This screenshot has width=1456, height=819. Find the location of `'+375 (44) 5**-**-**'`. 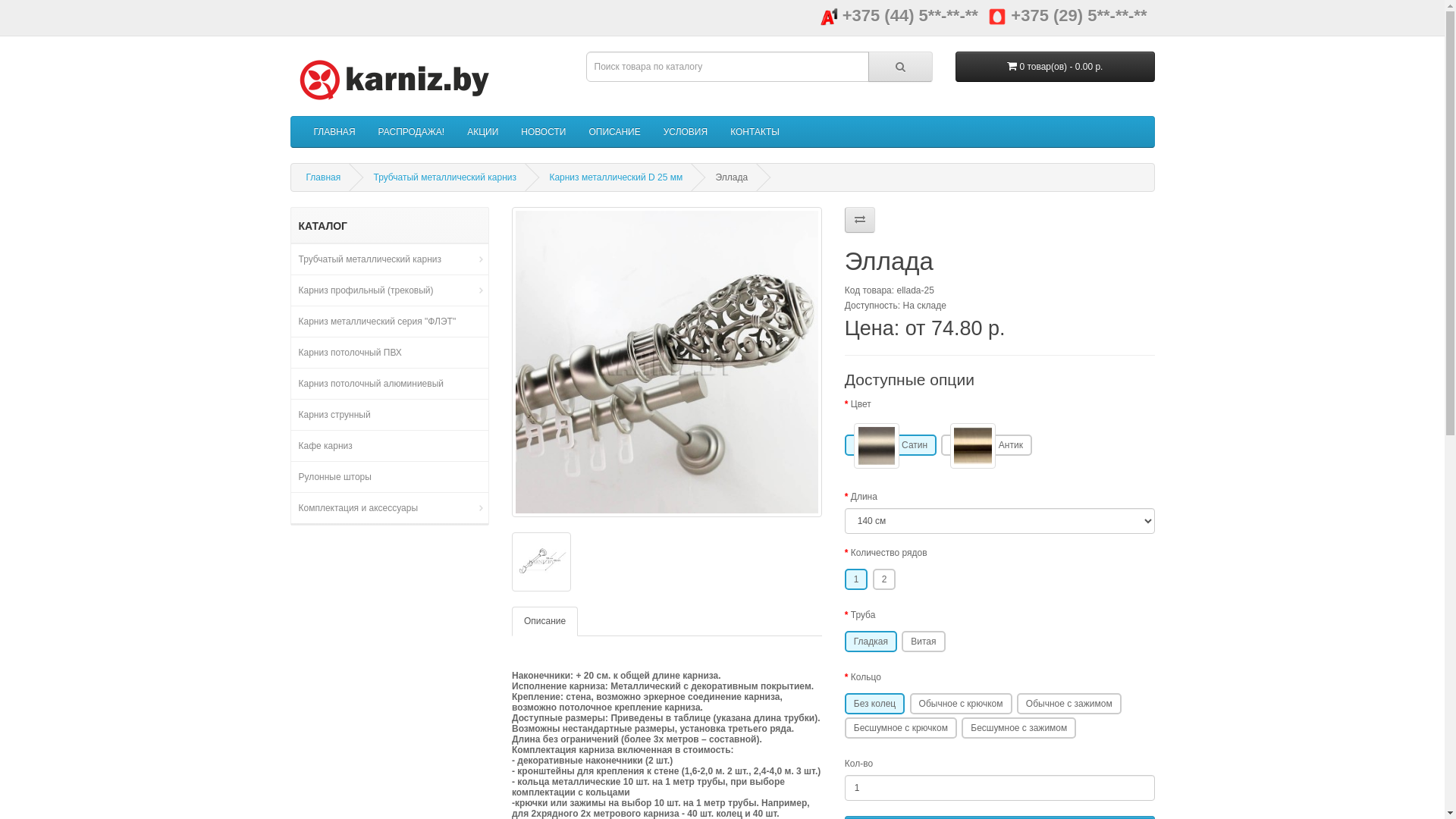

'+375 (44) 5**-**-**' is located at coordinates (899, 15).